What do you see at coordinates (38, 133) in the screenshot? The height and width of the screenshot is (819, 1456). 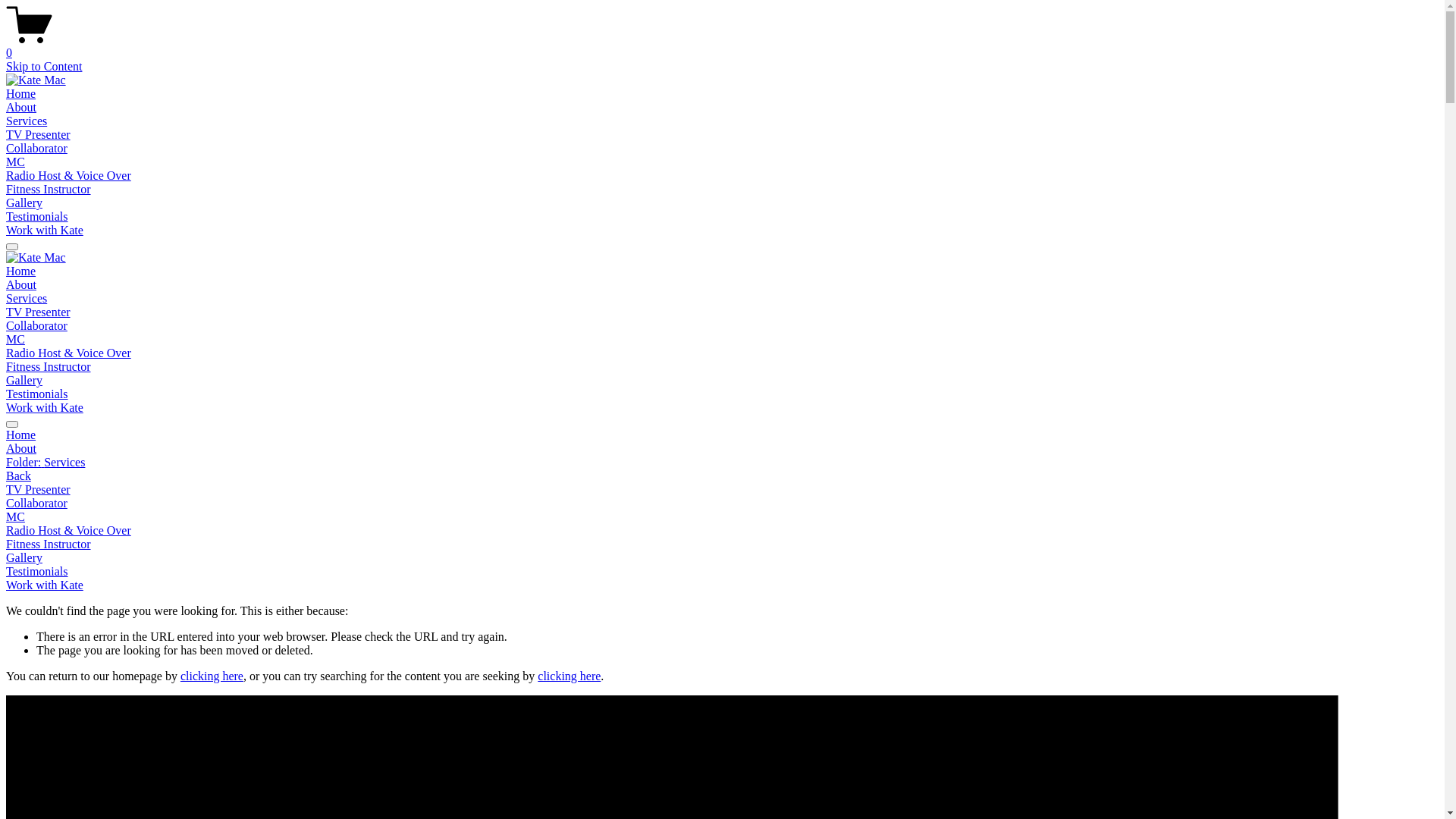 I see `'TV Presenter'` at bounding box center [38, 133].